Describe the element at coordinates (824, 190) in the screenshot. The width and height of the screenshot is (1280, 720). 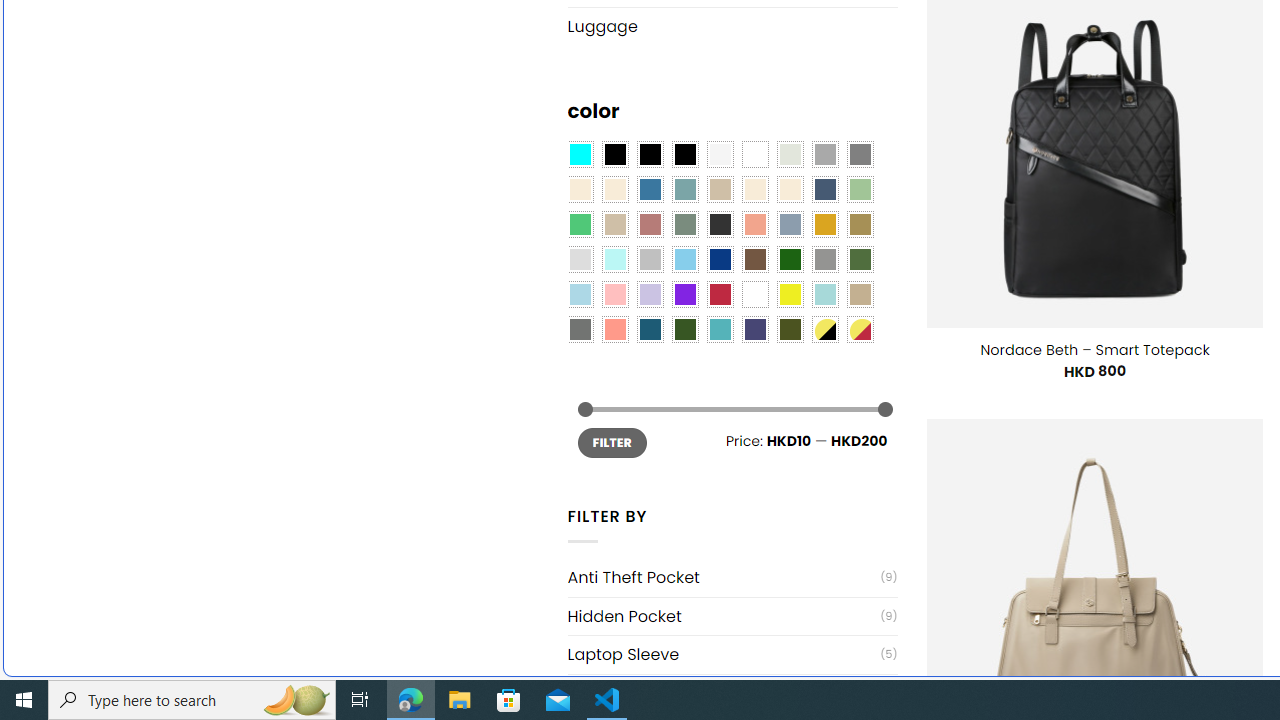
I see `'Hale Navy'` at that location.